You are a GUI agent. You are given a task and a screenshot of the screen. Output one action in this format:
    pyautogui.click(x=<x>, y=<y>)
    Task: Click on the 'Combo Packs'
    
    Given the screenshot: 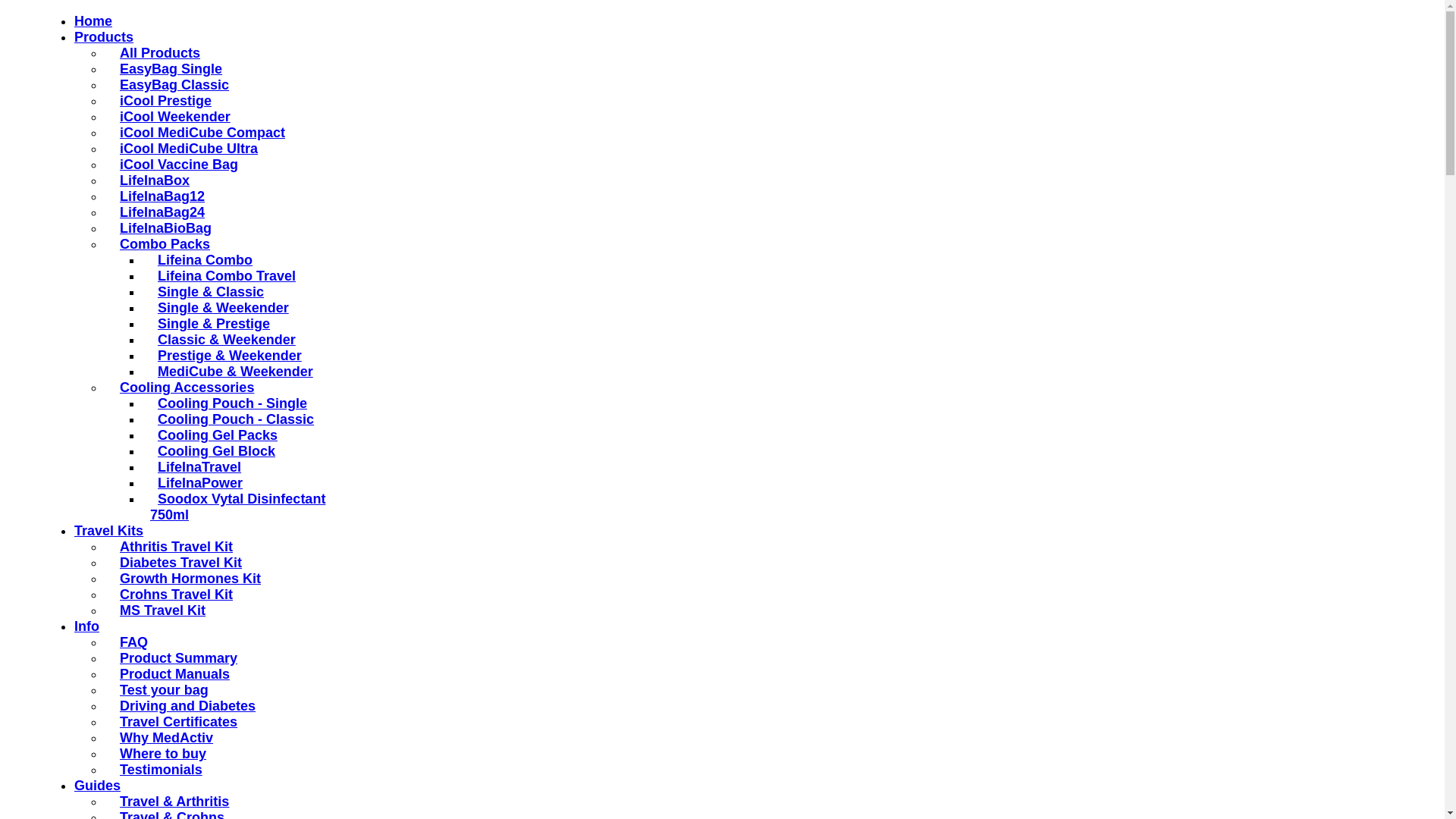 What is the action you would take?
    pyautogui.click(x=161, y=243)
    